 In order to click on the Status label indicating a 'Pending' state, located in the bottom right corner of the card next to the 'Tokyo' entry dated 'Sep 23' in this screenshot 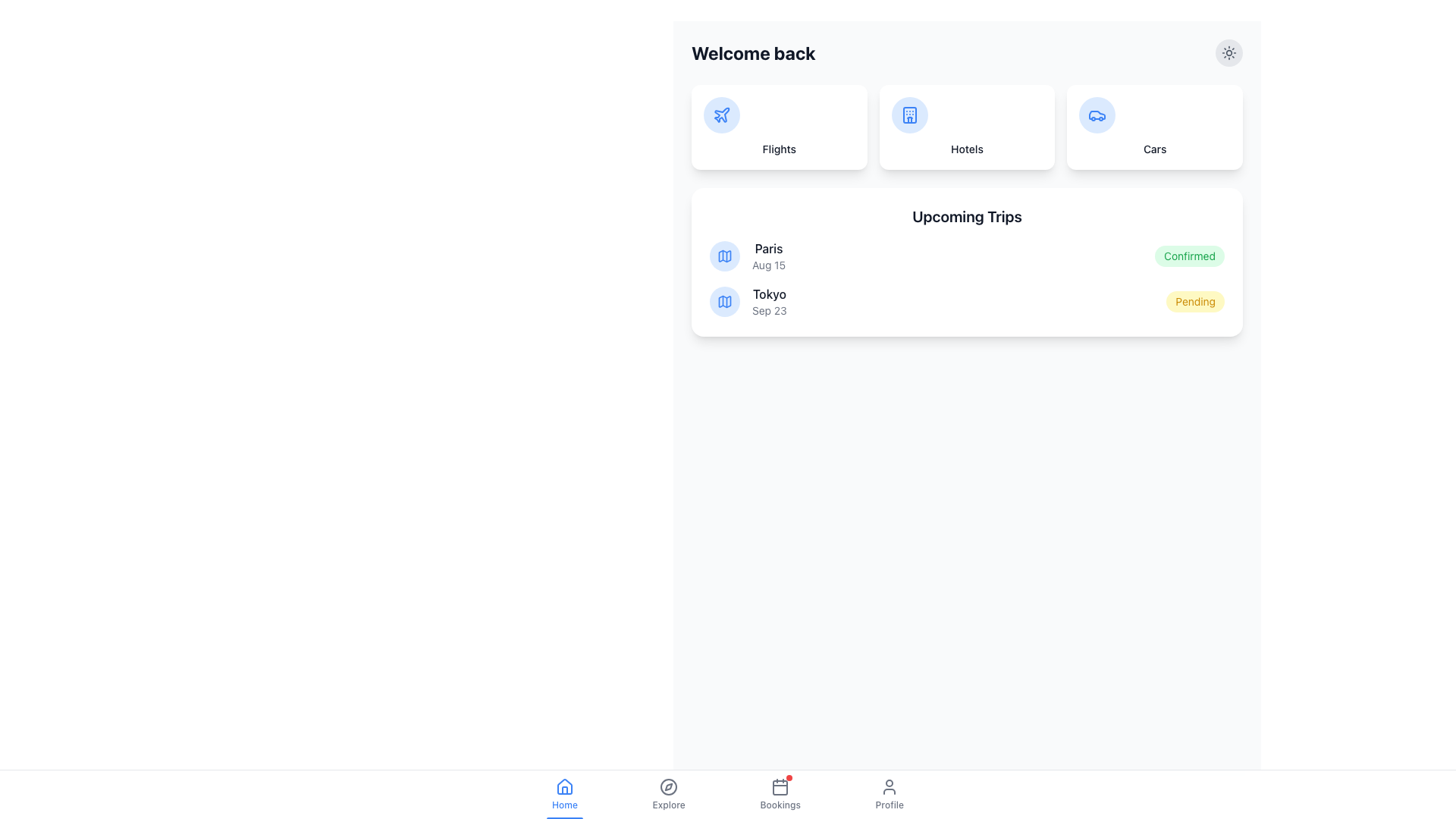, I will do `click(1194, 301)`.